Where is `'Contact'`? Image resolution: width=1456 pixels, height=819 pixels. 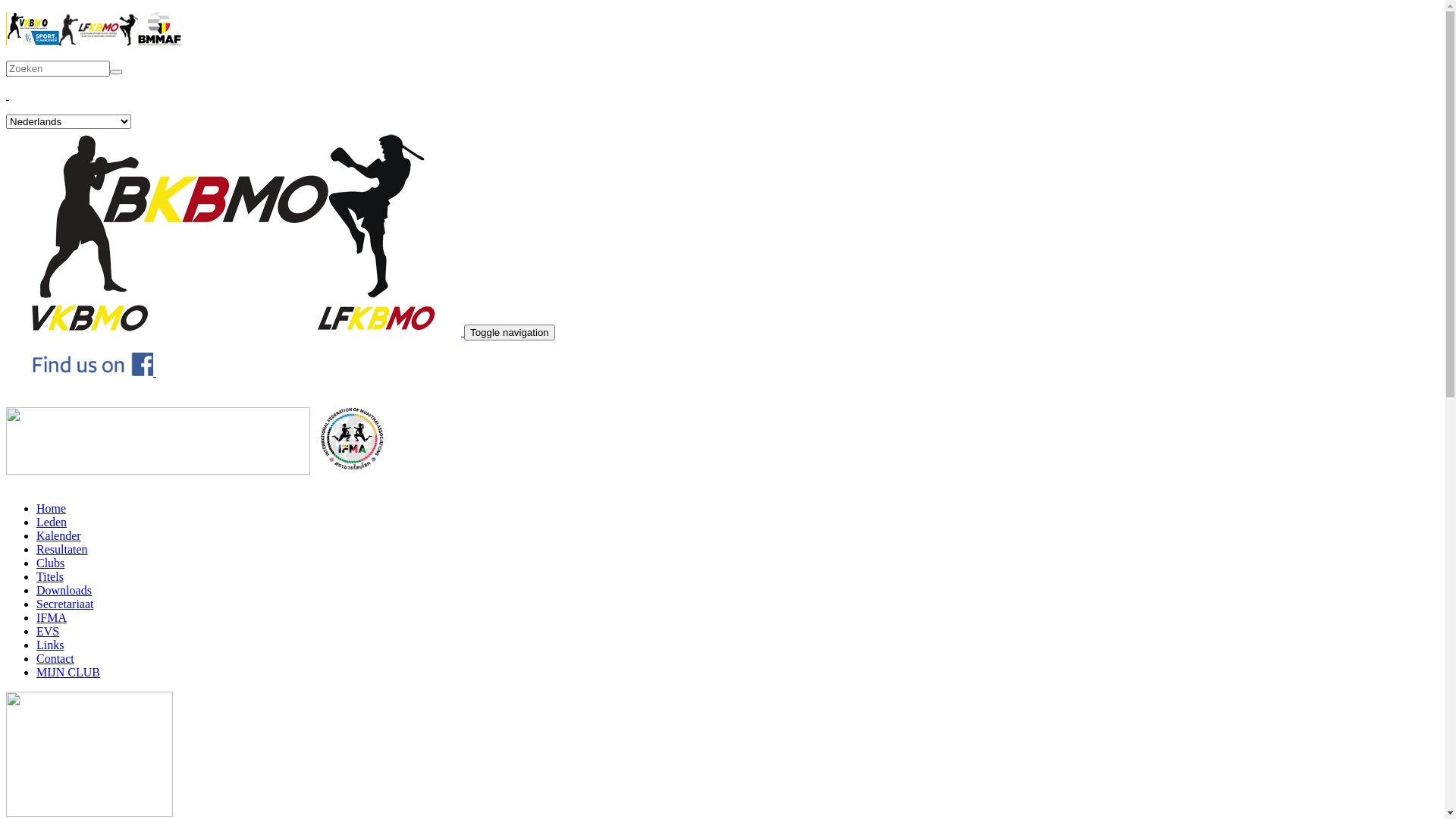 'Contact' is located at coordinates (55, 657).